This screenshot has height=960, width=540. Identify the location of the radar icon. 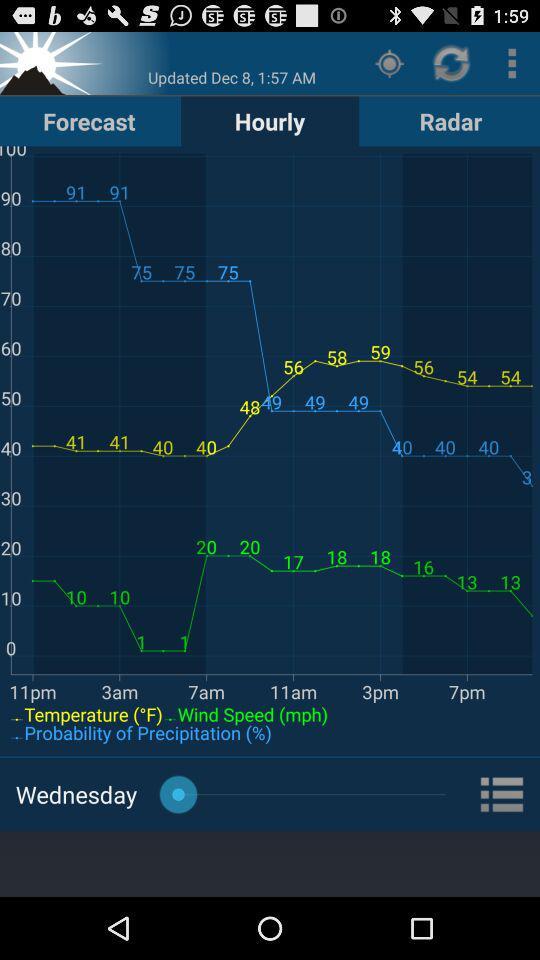
(450, 120).